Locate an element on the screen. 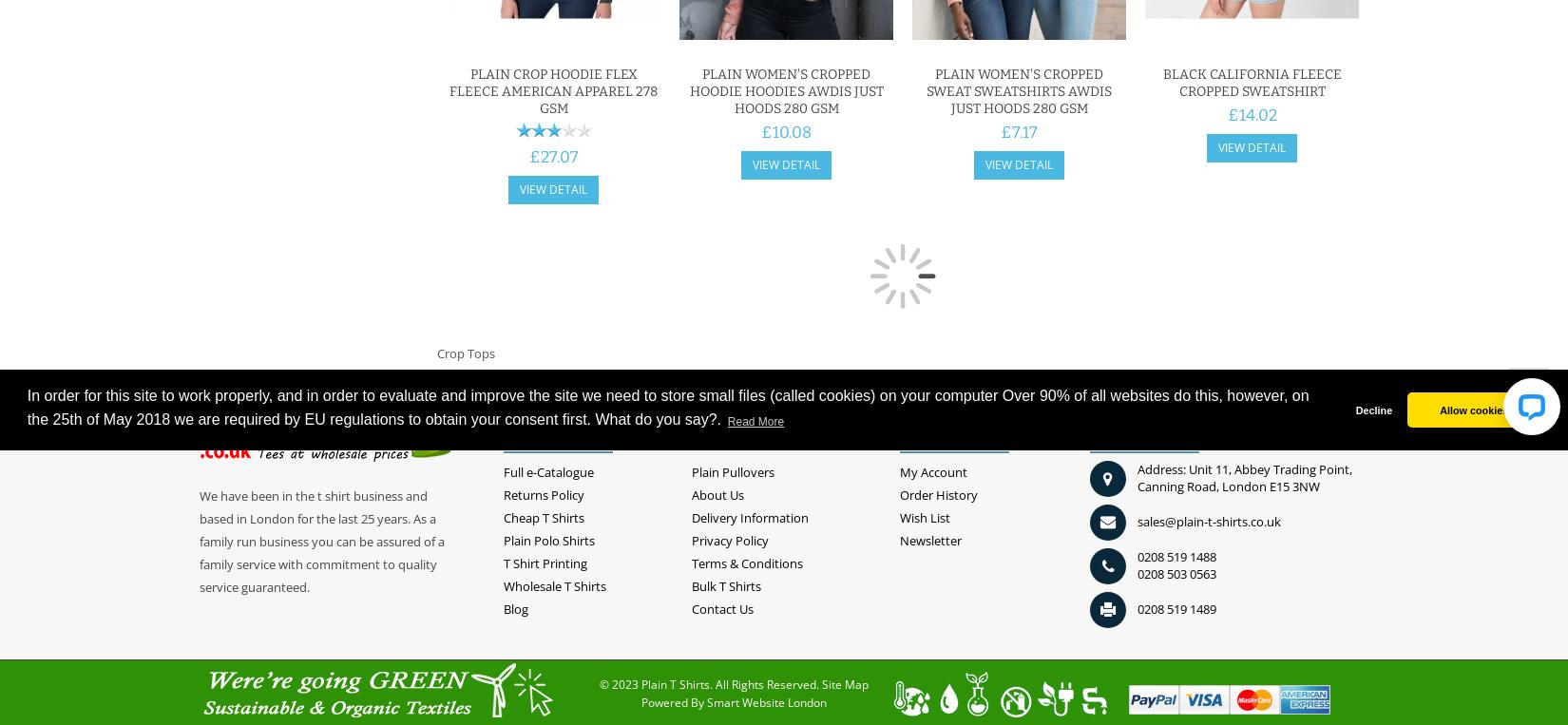 The image size is (1568, 725). 'Wish List' is located at coordinates (924, 517).